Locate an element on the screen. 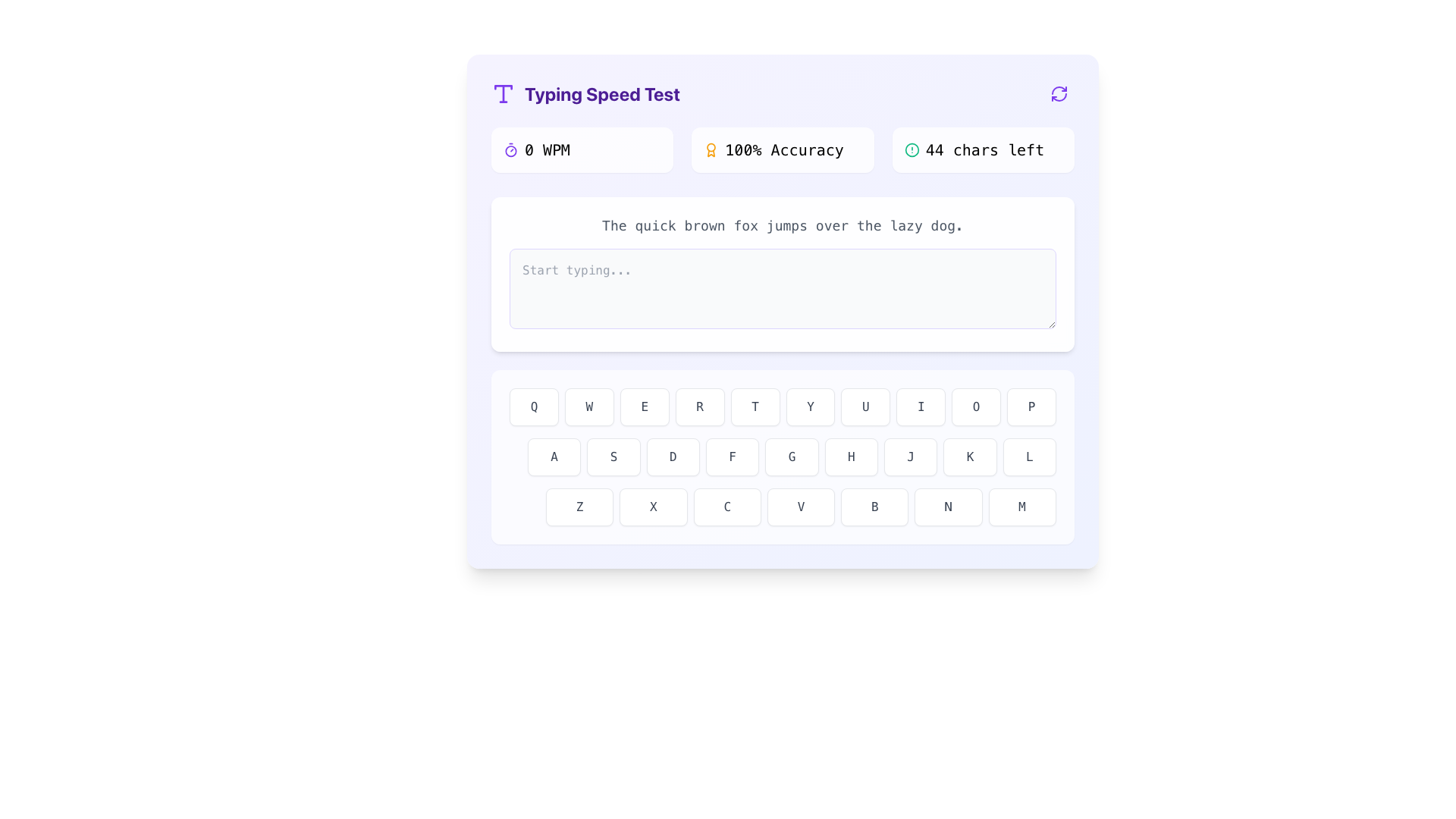 This screenshot has width=1456, height=819. the individual buttons in the A row of the virtual keyboard layout to input respective characters from 'A' to 'L' is located at coordinates (791, 456).